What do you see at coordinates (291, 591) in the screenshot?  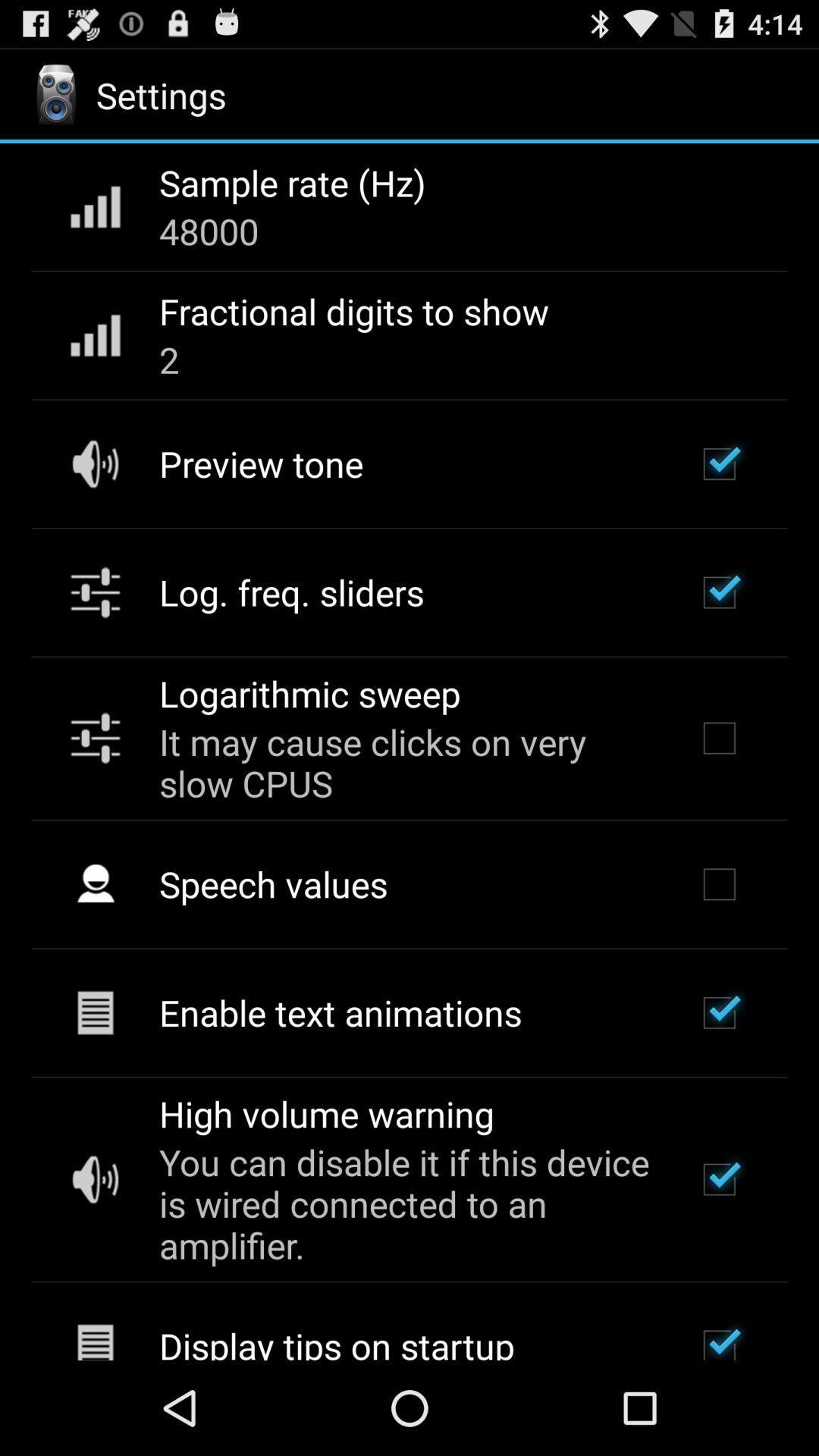 I see `log. freq. sliders app` at bounding box center [291, 591].